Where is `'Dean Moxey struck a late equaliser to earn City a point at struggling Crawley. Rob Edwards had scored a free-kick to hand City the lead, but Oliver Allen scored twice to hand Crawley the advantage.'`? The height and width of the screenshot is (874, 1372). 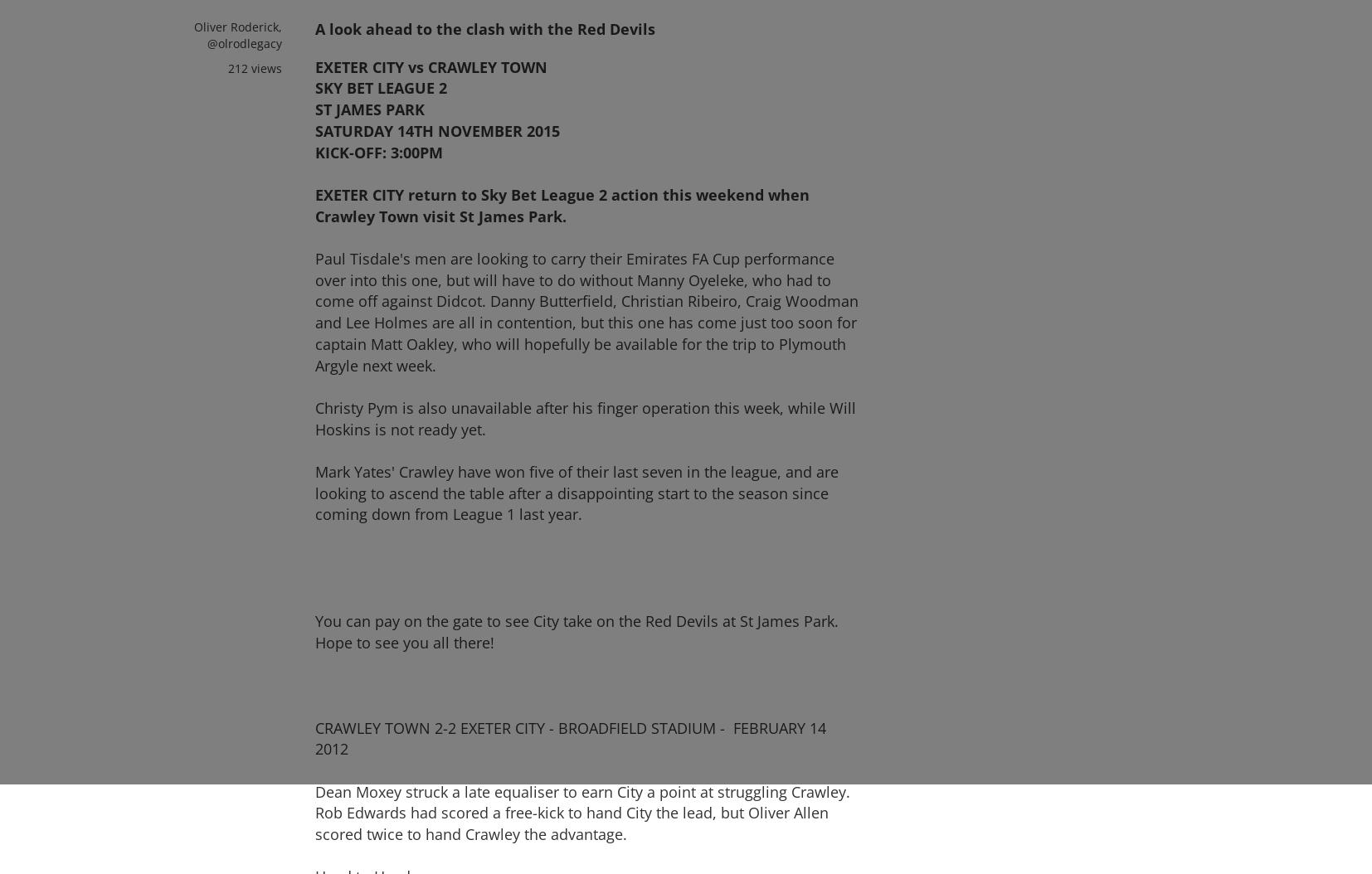 'Dean Moxey struck a late equaliser to earn City a point at struggling Crawley. Rob Edwards had scored a free-kick to hand City the lead, but Oliver Allen scored twice to hand Crawley the advantage.' is located at coordinates (582, 813).